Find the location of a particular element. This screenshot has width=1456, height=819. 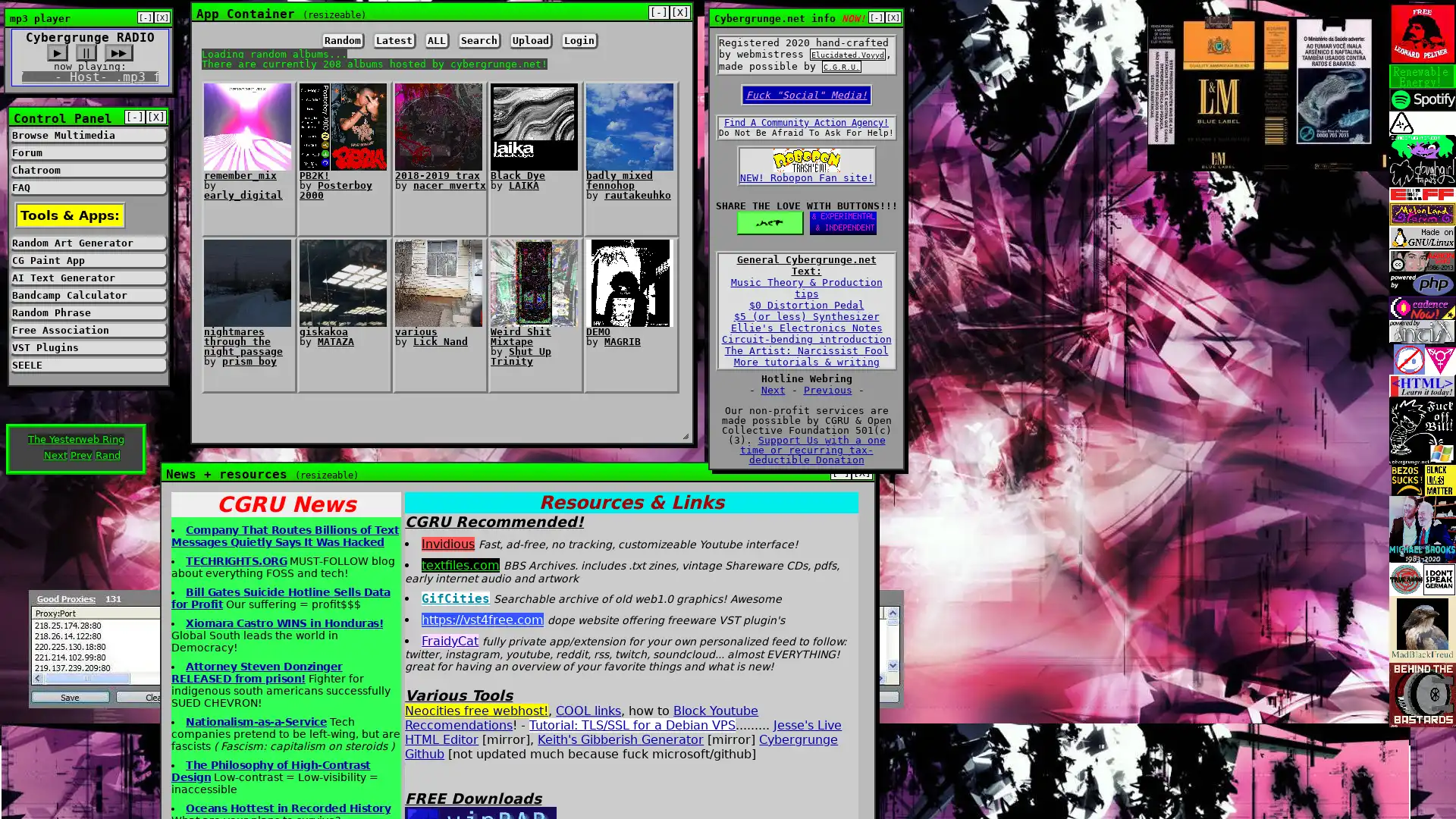

[-] is located at coordinates (877, 17).